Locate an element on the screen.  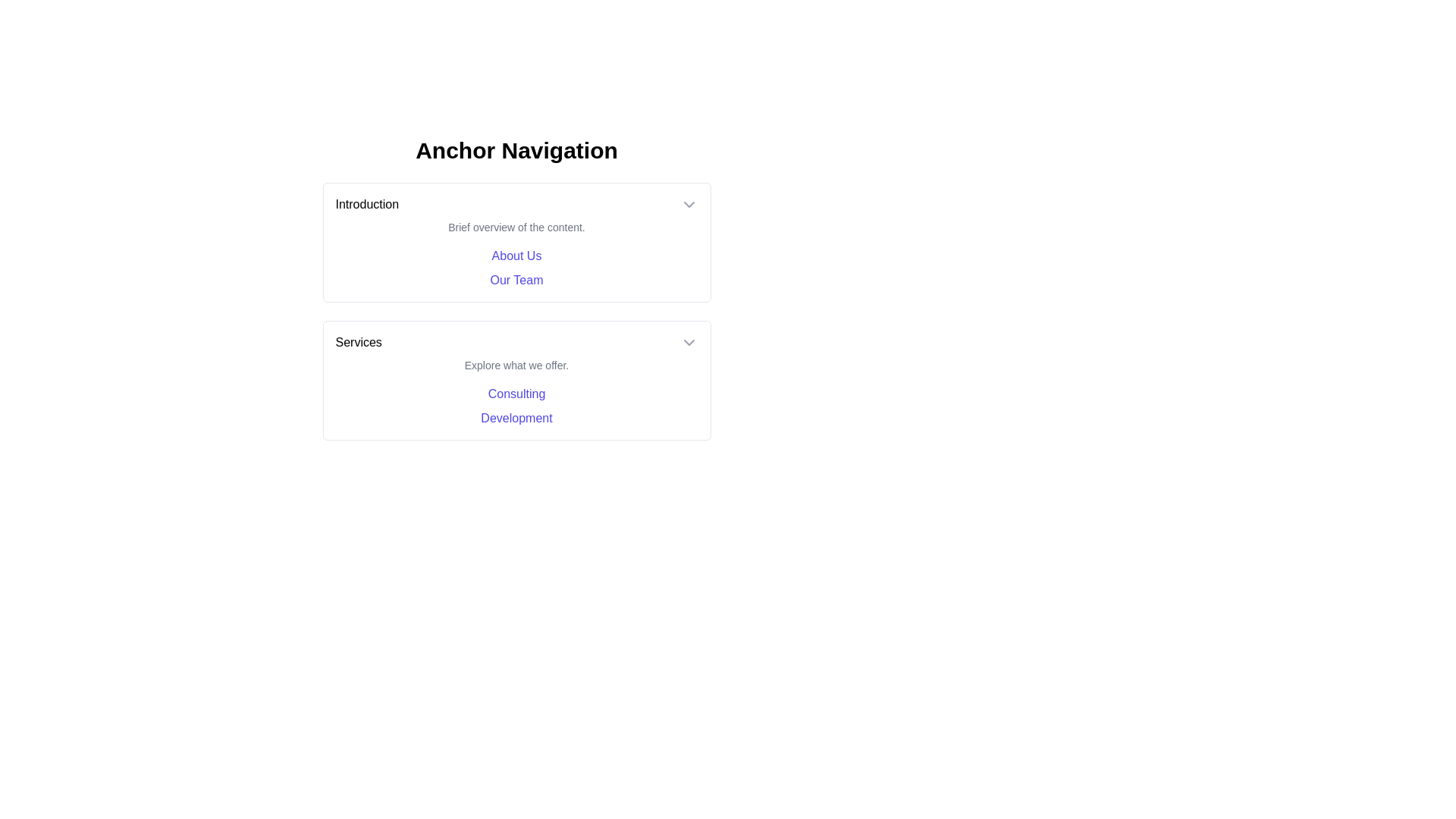
the text element styled in small, gray font that reads 'Brief overview of the content.' located under the heading 'Introduction' and above the links 'About Us' and 'Our Team' is located at coordinates (516, 227).